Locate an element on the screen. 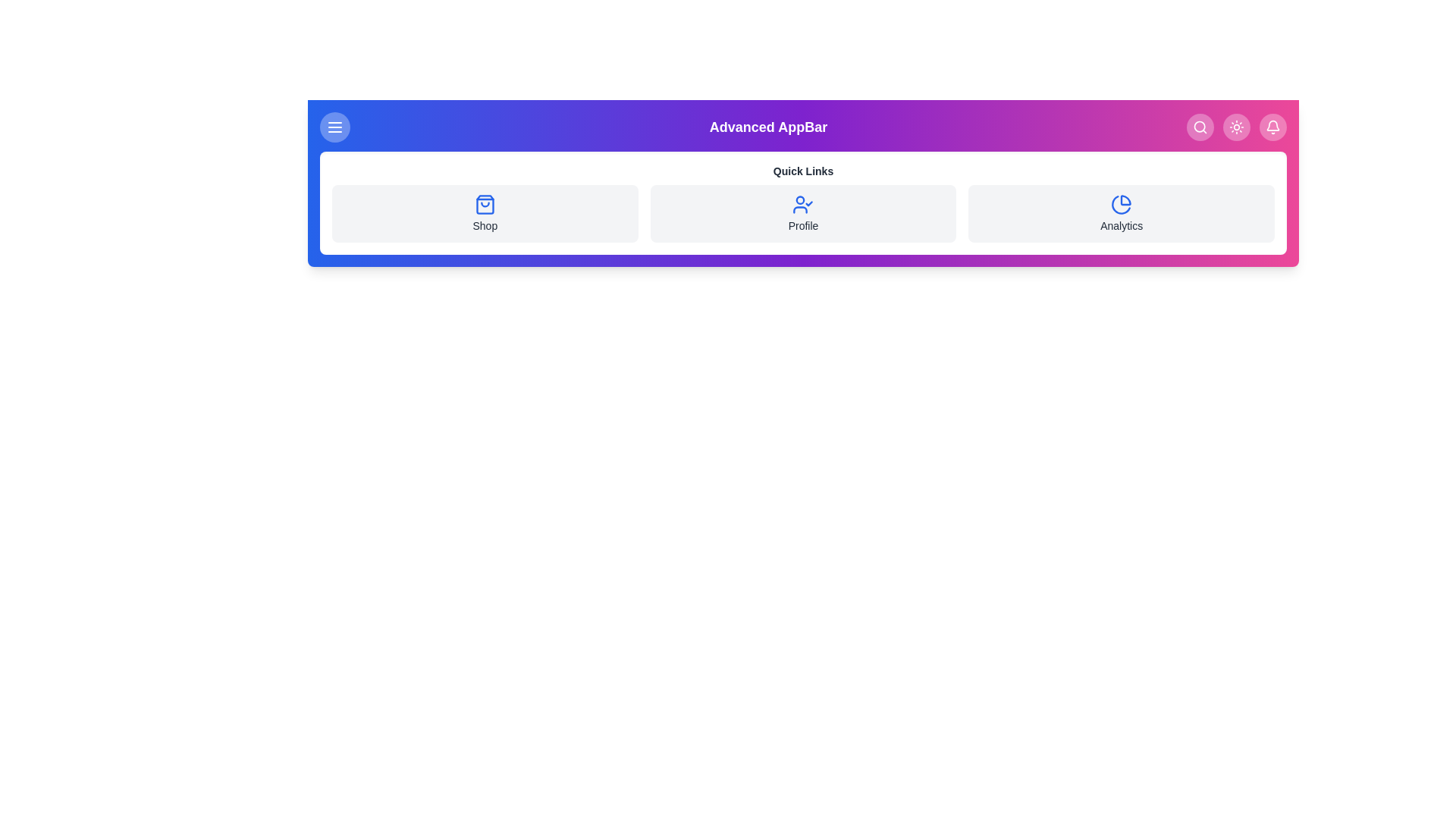  the quick link labeled Shop is located at coordinates (484, 213).